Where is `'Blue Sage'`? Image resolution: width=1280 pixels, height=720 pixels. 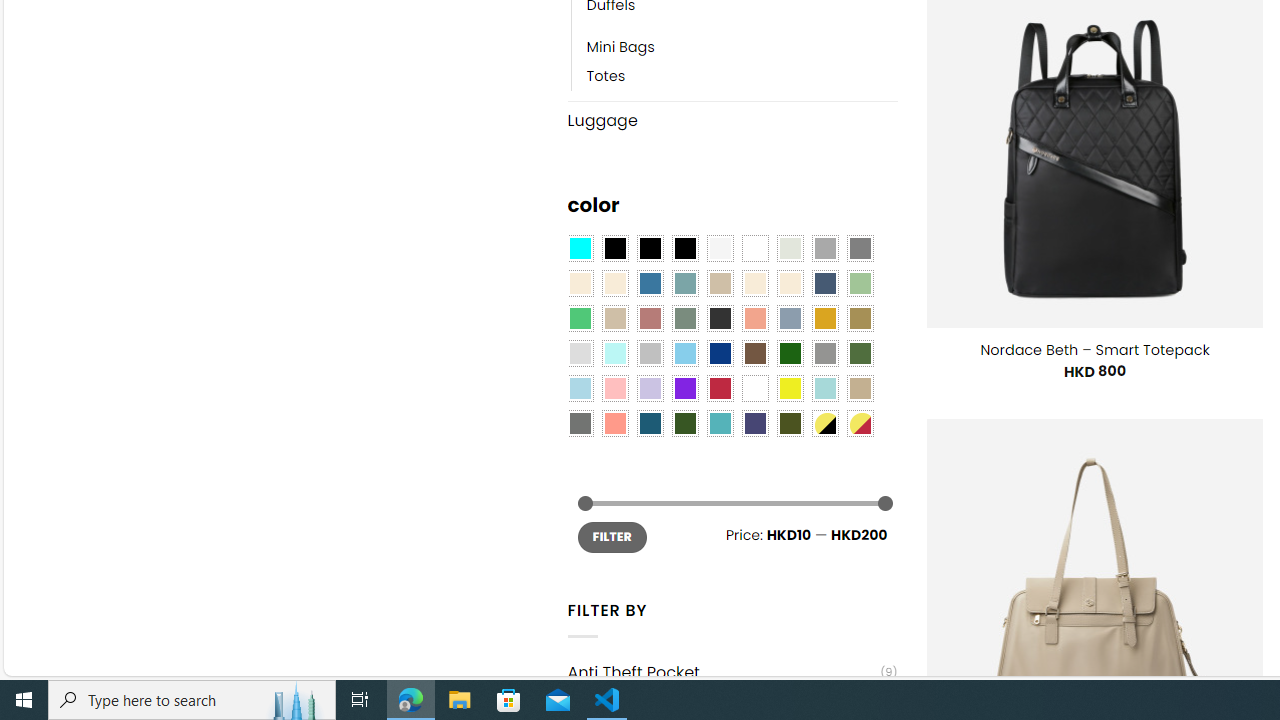 'Blue Sage' is located at coordinates (684, 283).